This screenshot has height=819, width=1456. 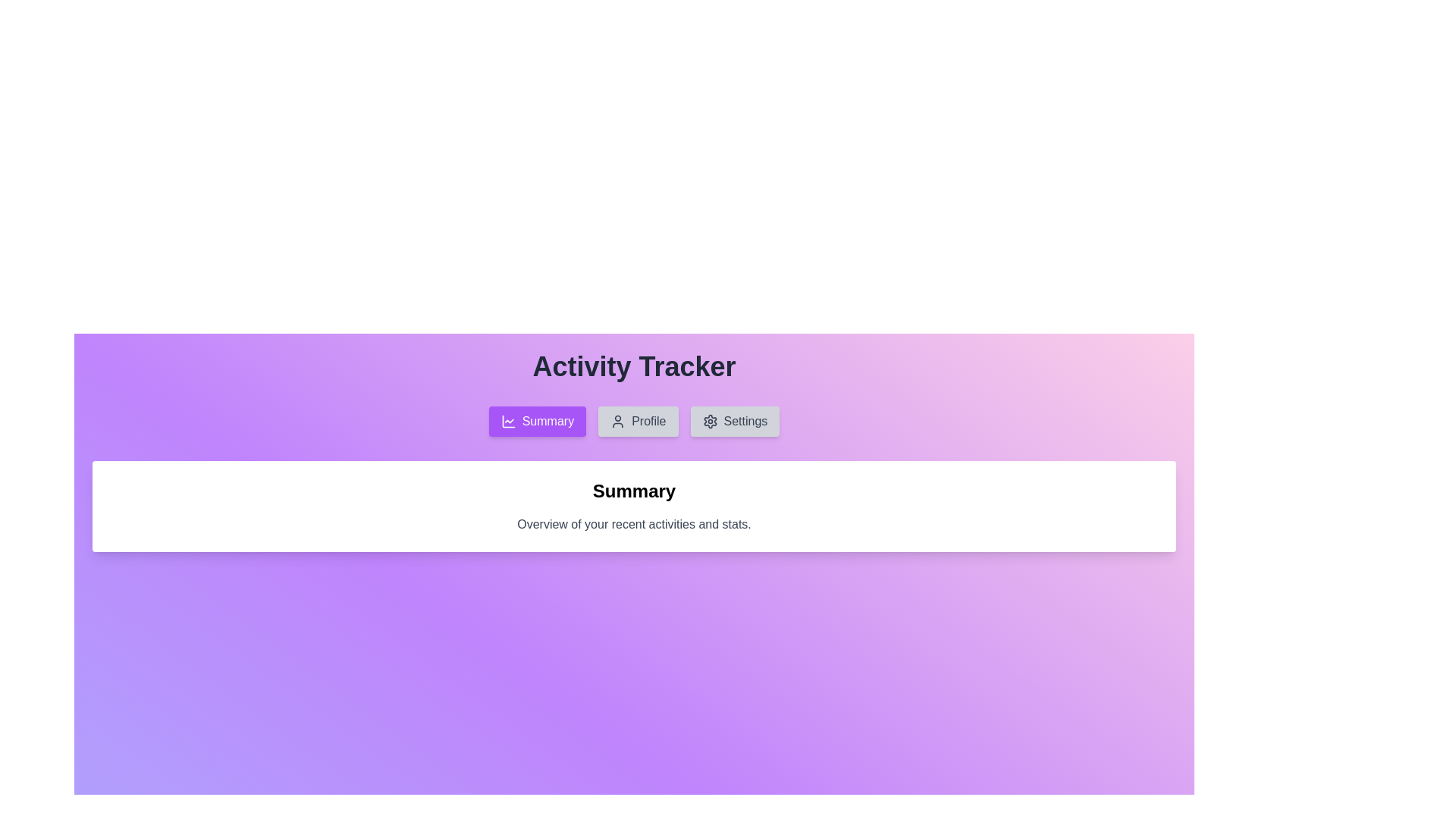 I want to click on the Summary tab by clicking on its respective button, so click(x=537, y=421).